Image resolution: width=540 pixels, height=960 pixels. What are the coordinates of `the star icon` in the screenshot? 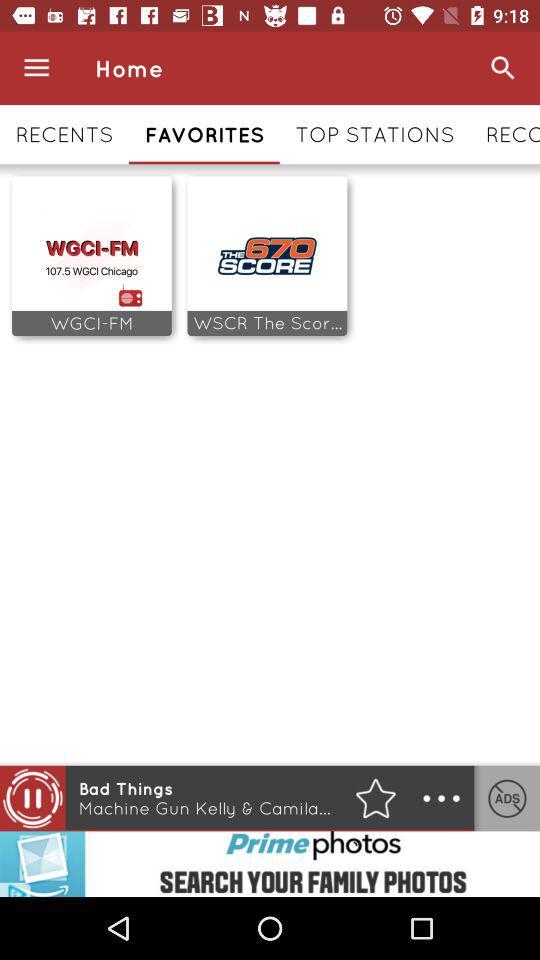 It's located at (375, 798).